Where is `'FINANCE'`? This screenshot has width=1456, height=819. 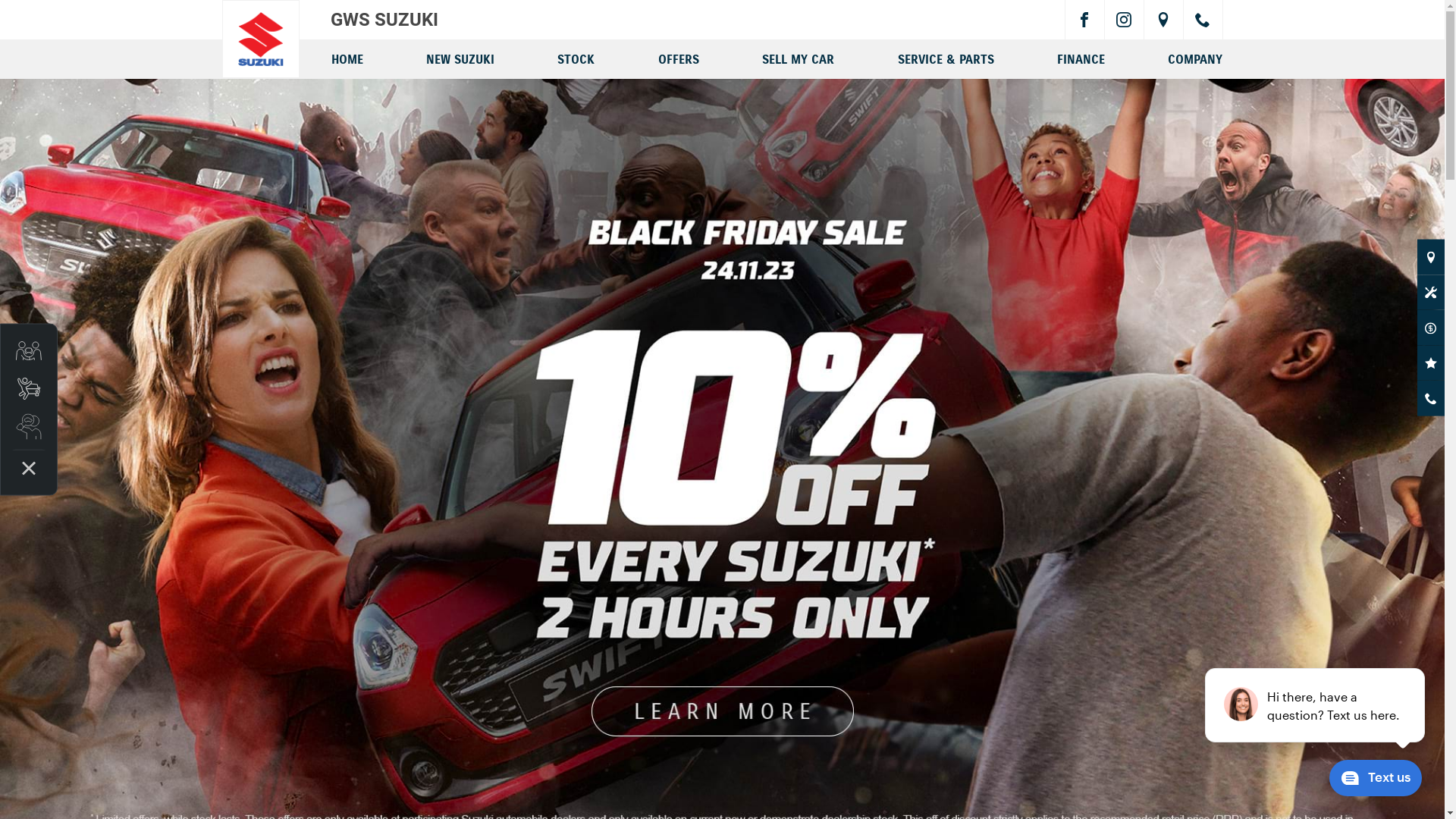
'FINANCE' is located at coordinates (1080, 58).